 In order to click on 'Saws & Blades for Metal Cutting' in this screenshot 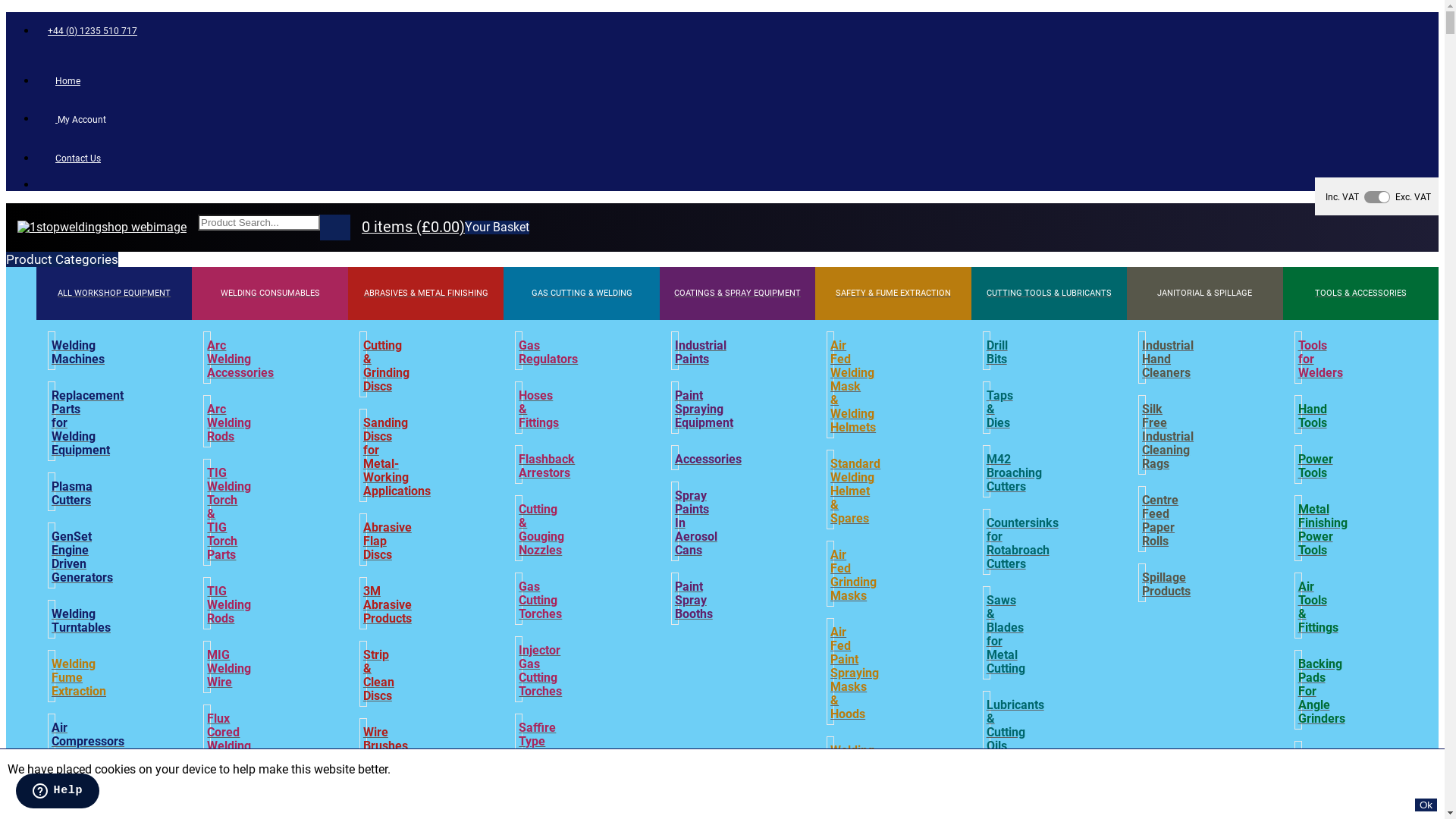, I will do `click(1006, 635)`.